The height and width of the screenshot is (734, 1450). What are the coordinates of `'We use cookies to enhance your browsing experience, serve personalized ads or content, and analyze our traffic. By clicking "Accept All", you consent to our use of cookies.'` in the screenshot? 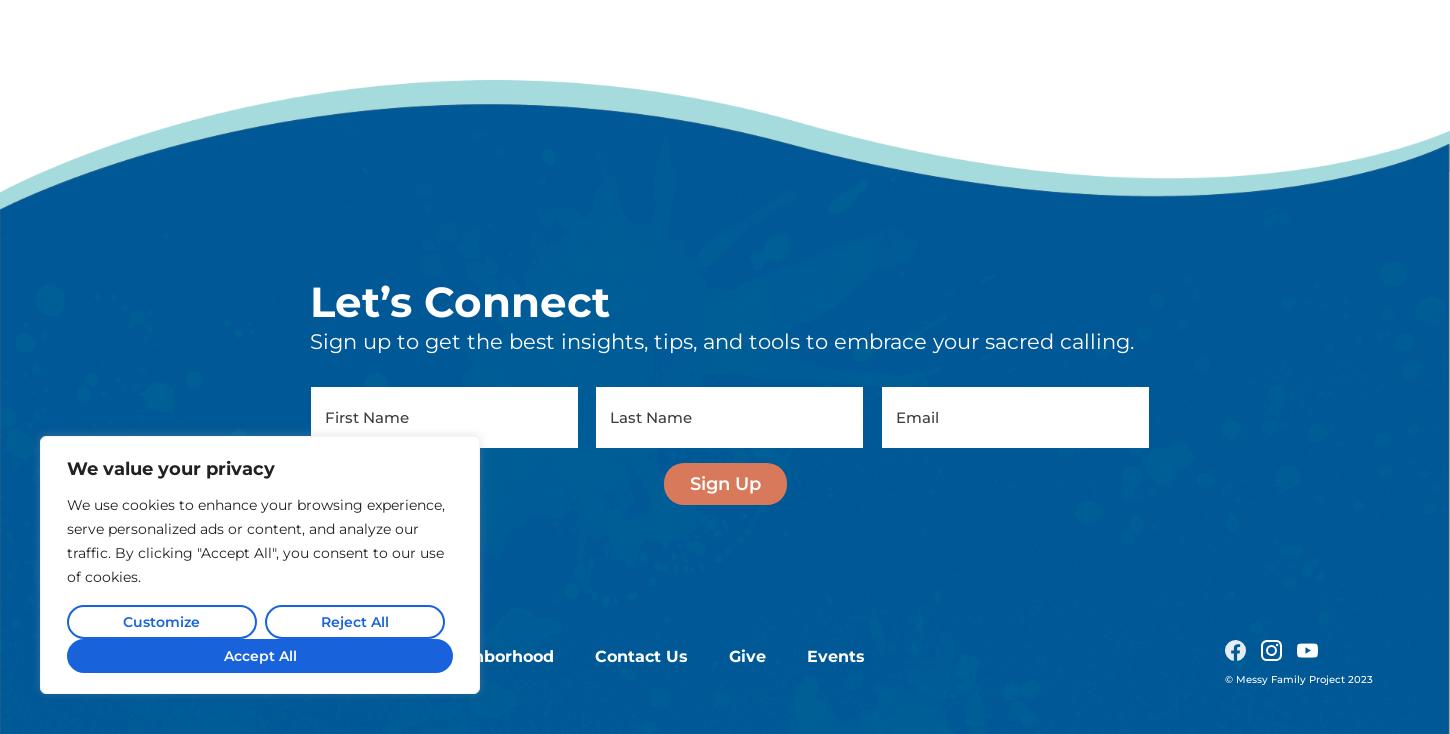 It's located at (256, 339).